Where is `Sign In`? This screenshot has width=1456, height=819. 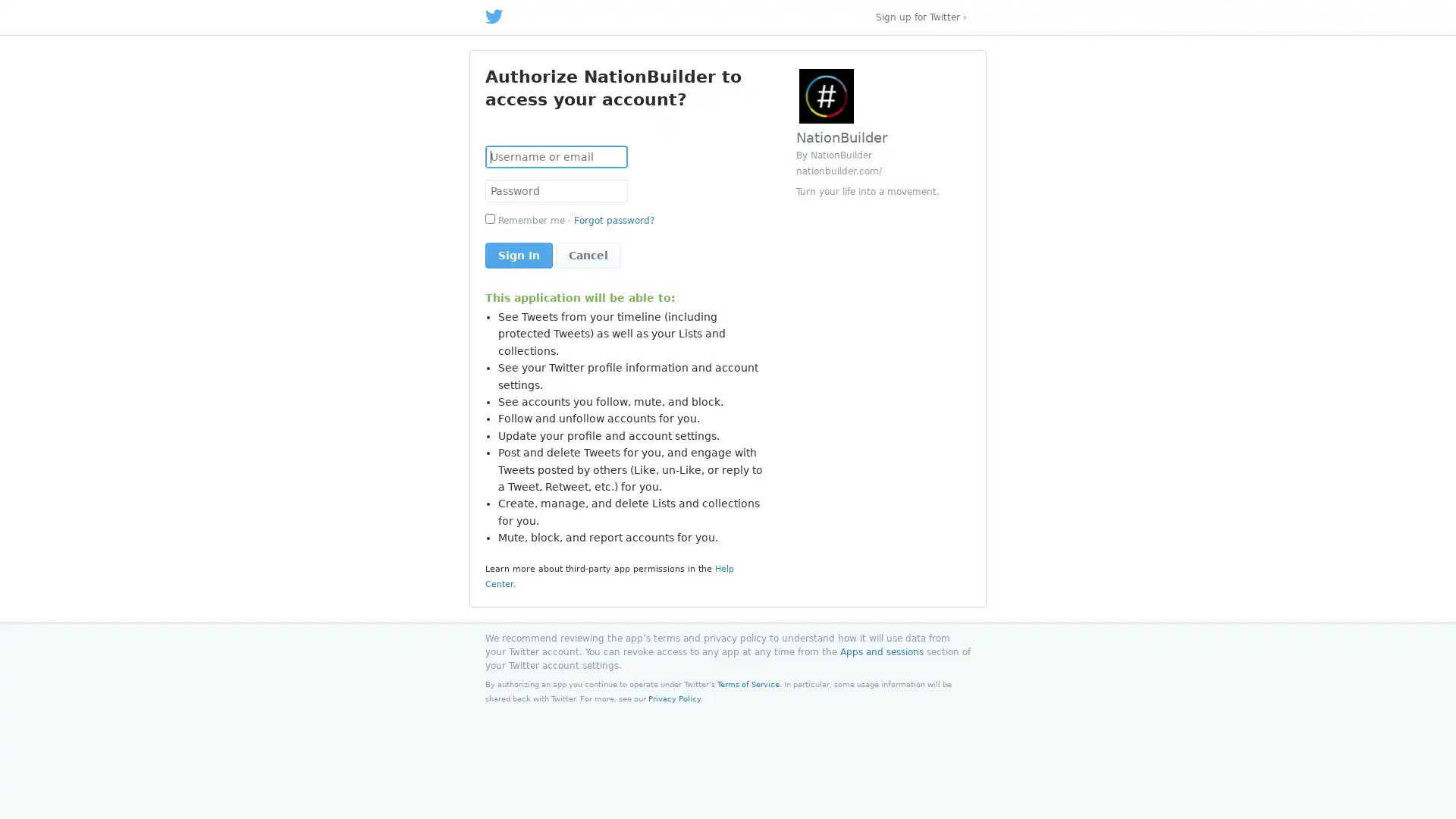
Sign In is located at coordinates (519, 254).